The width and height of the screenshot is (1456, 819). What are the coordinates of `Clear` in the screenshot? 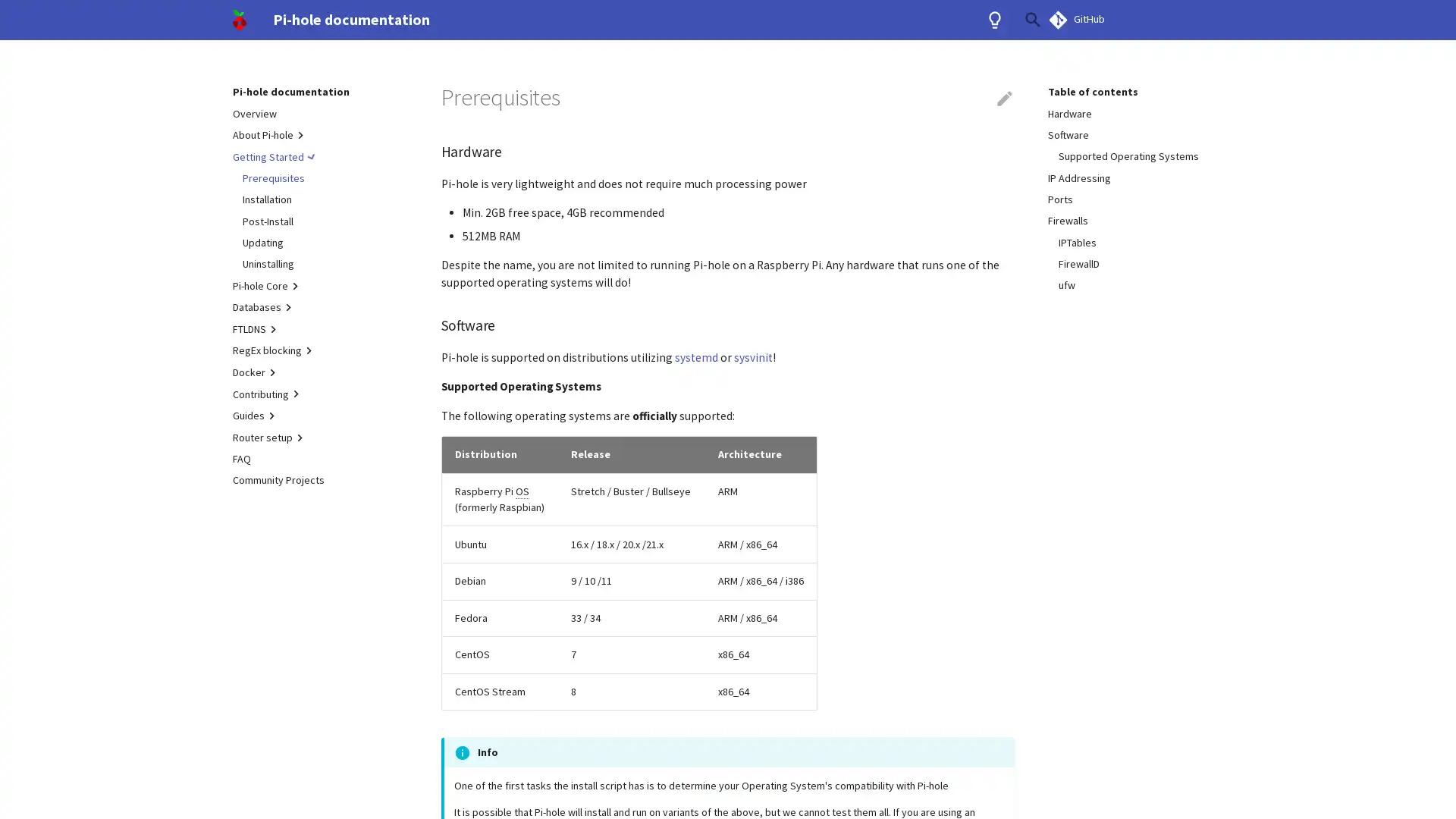 It's located at (996, 20).